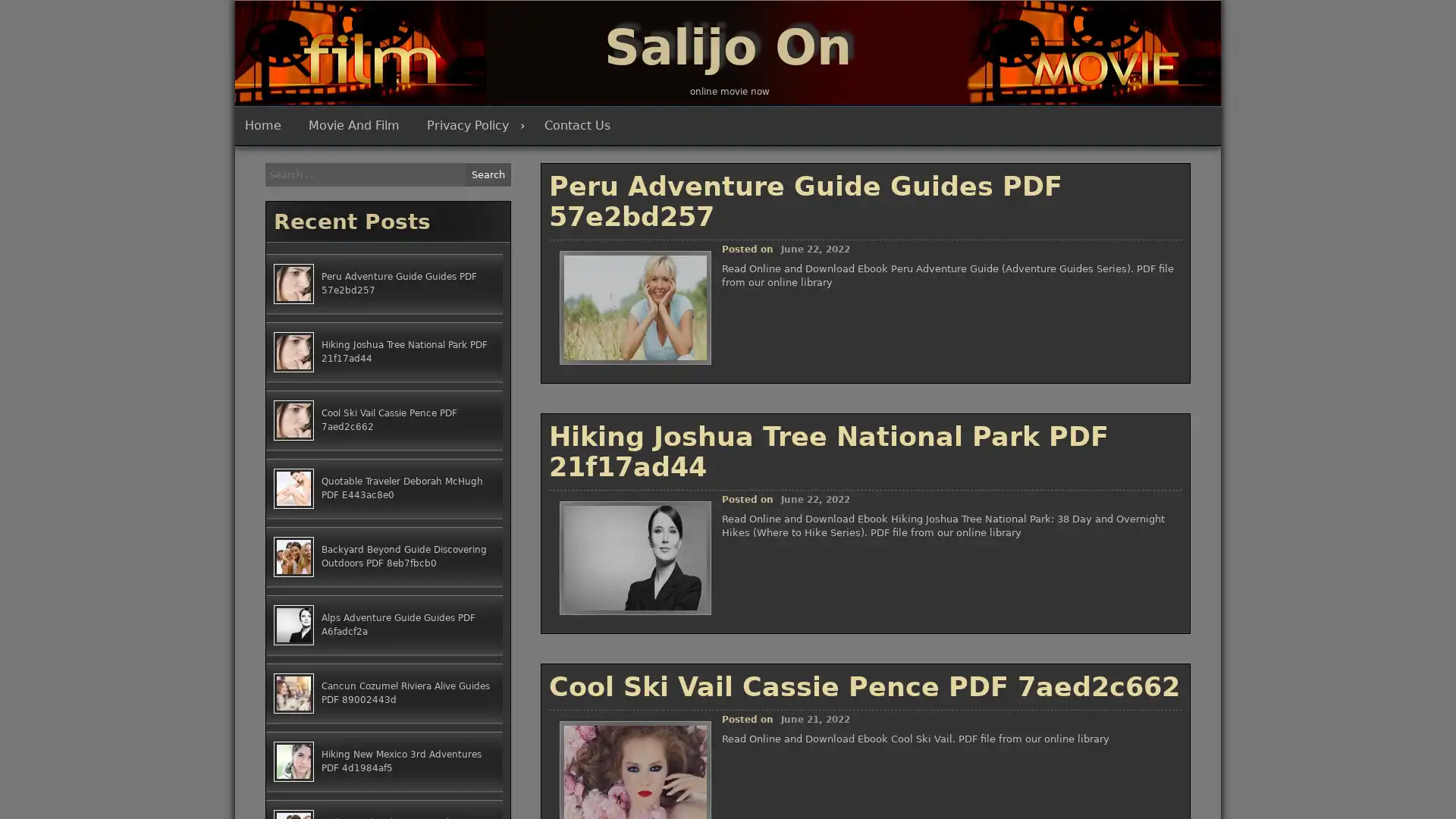  I want to click on Search, so click(488, 174).